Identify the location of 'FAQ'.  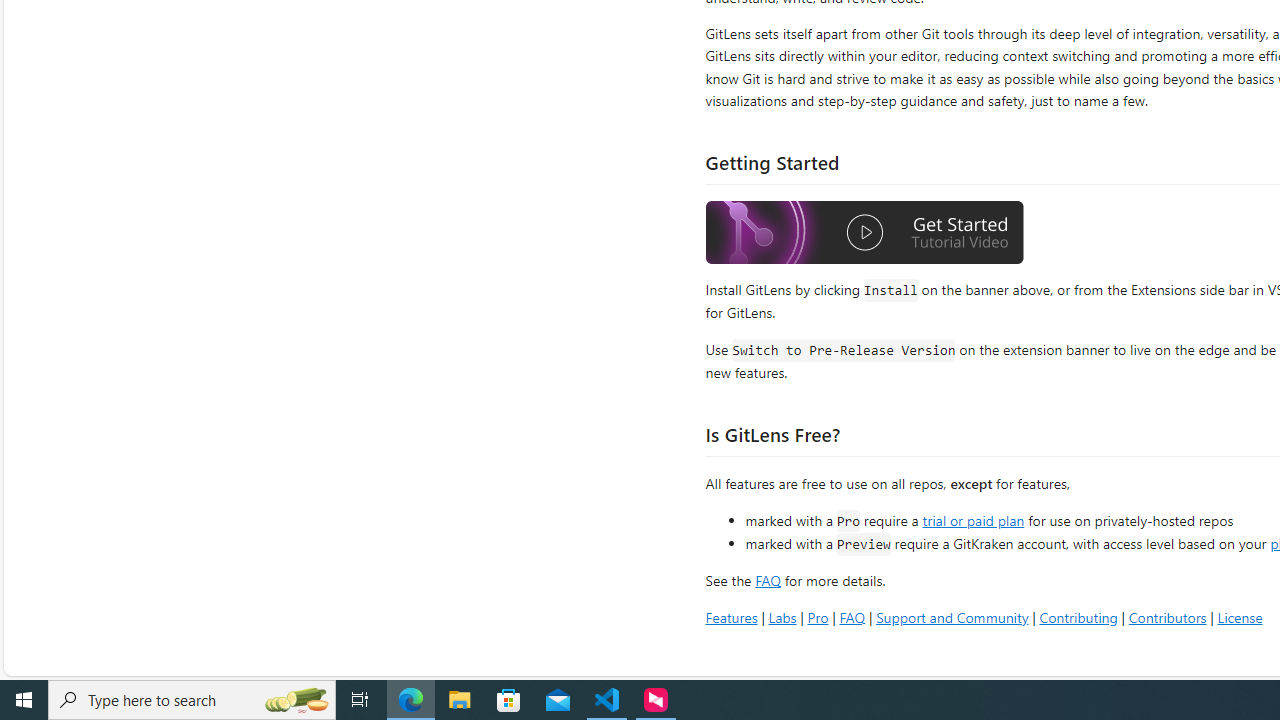
(852, 616).